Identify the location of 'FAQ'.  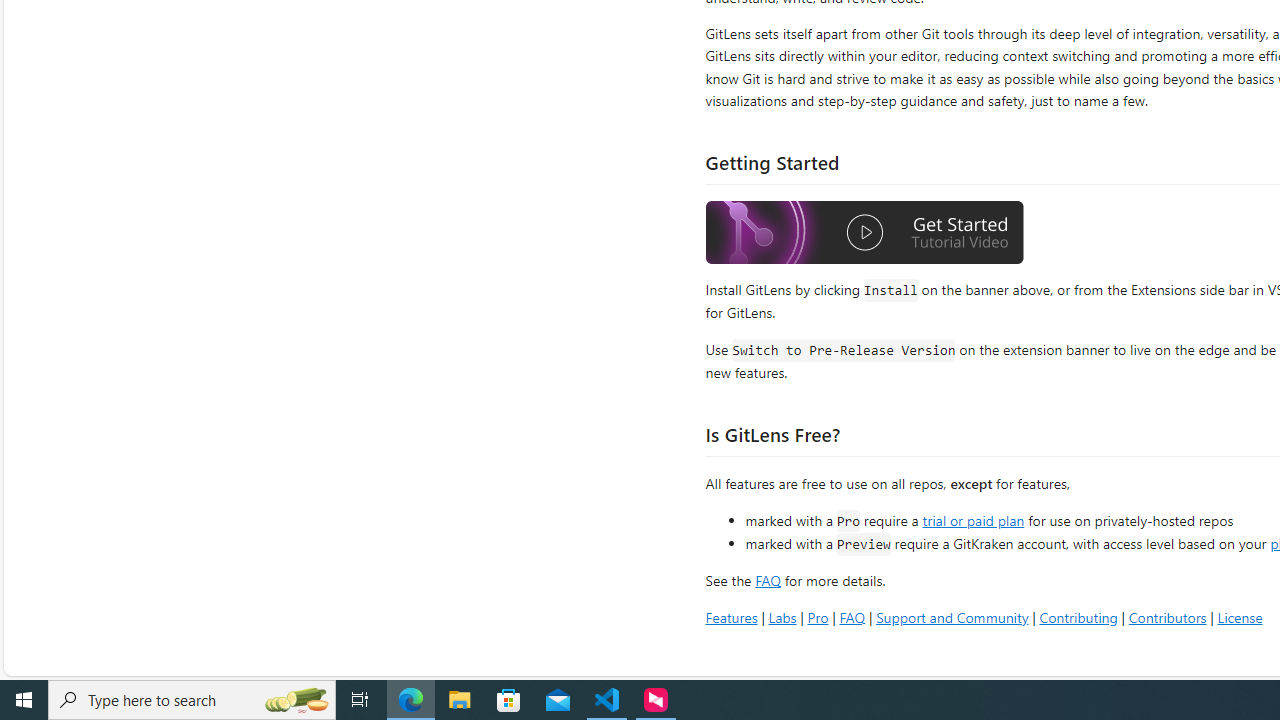
(852, 616).